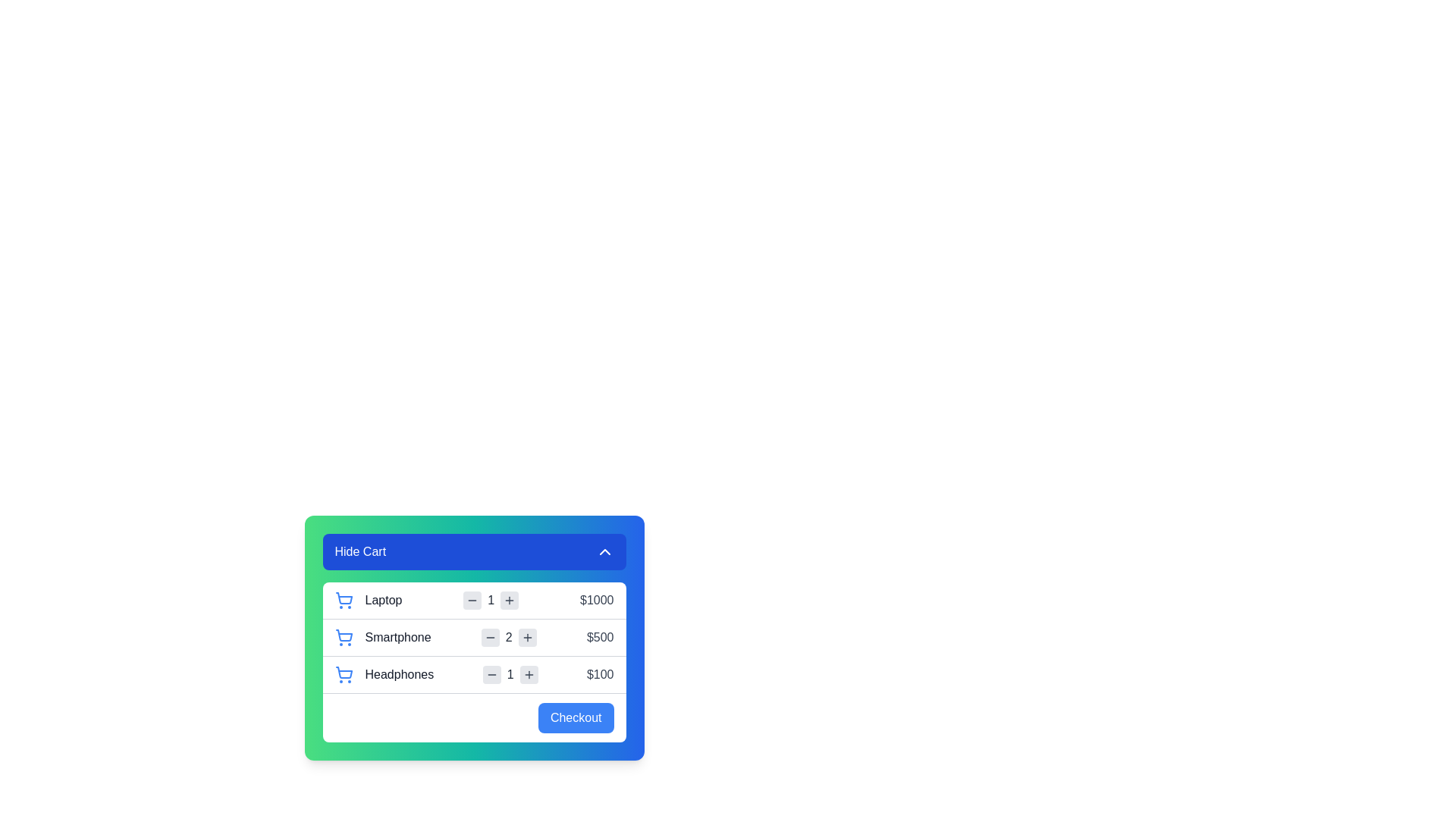  What do you see at coordinates (509, 637) in the screenshot?
I see `the quantity display of the 'Smartphone' product in the shopping cart interface` at bounding box center [509, 637].